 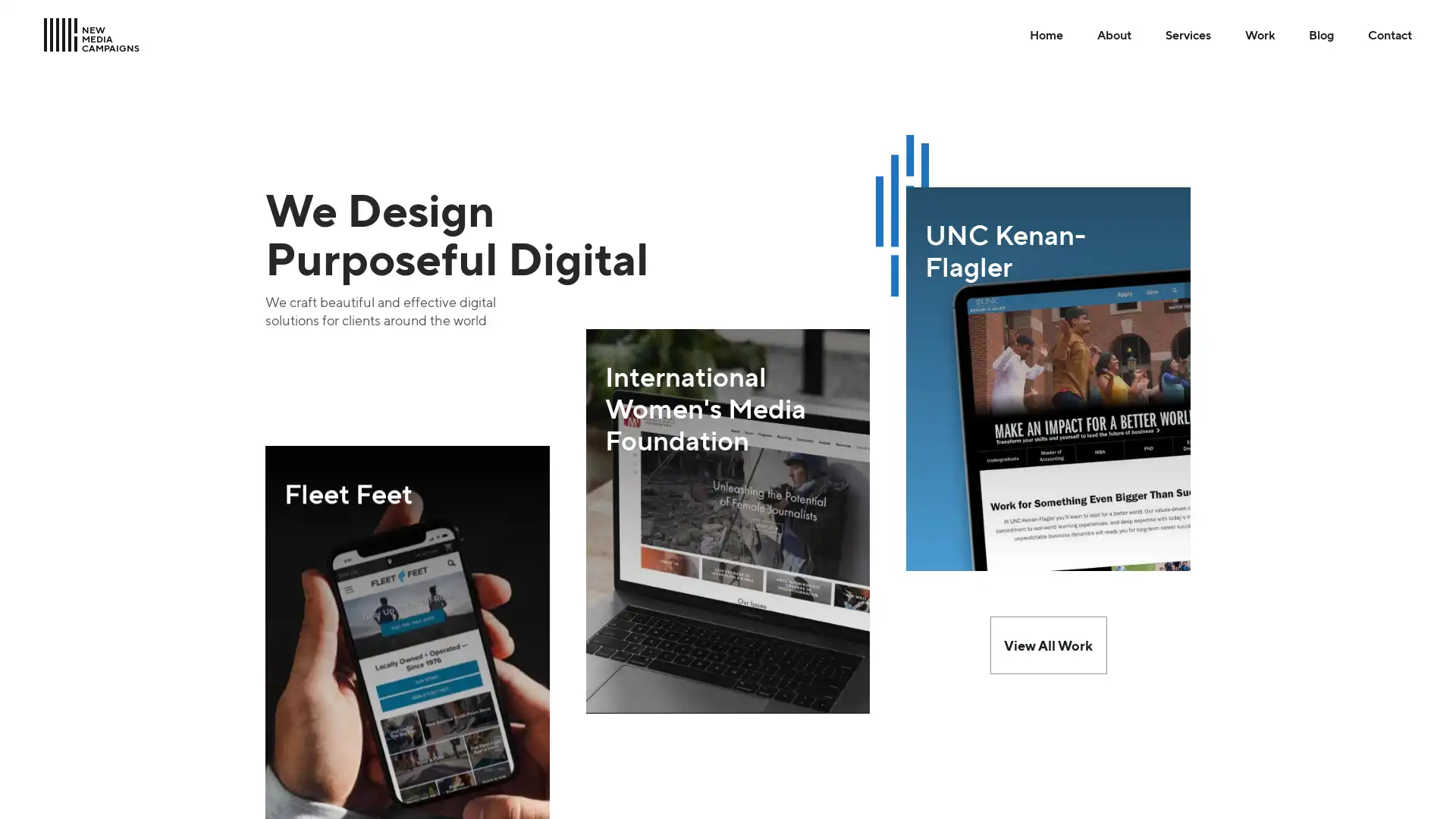 I want to click on Skip to Main Content, so click(x=15, y=15).